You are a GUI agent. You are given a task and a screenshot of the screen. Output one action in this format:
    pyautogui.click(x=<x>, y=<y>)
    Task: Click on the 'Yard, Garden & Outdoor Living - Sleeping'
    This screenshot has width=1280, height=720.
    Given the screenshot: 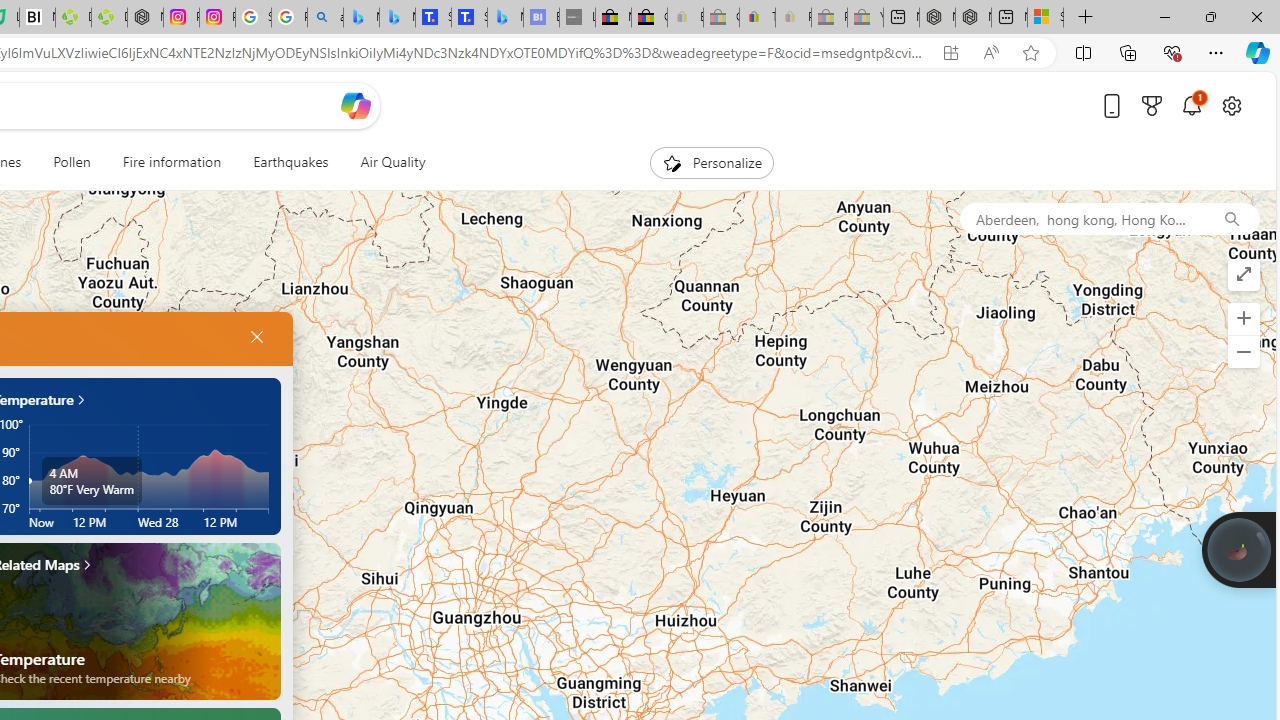 What is the action you would take?
    pyautogui.click(x=865, y=17)
    